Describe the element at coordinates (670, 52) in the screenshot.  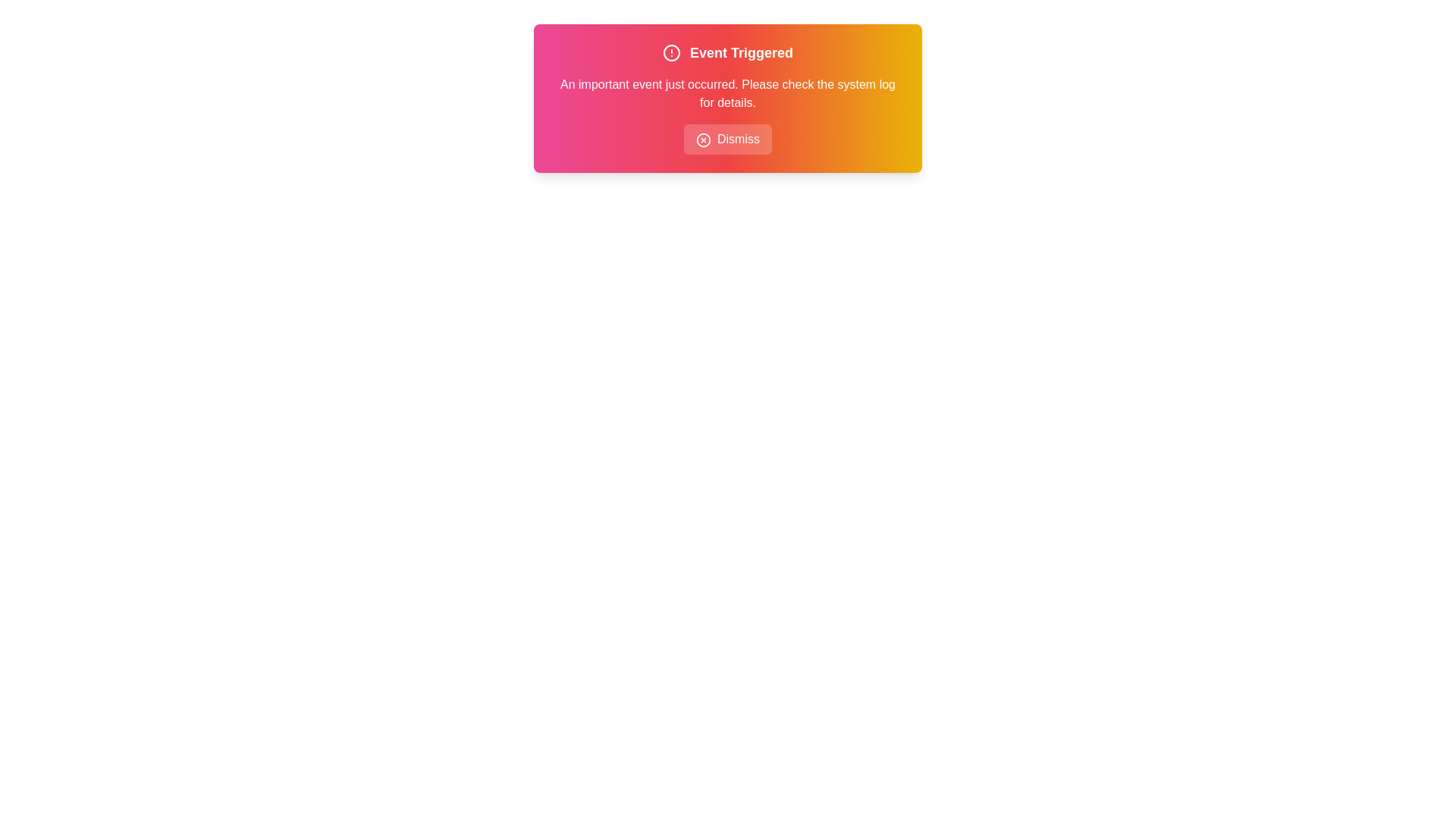
I see `the circular alert icon with a red fill and white lines, located to the left of the 'Event Triggered' text in the notification card` at that location.